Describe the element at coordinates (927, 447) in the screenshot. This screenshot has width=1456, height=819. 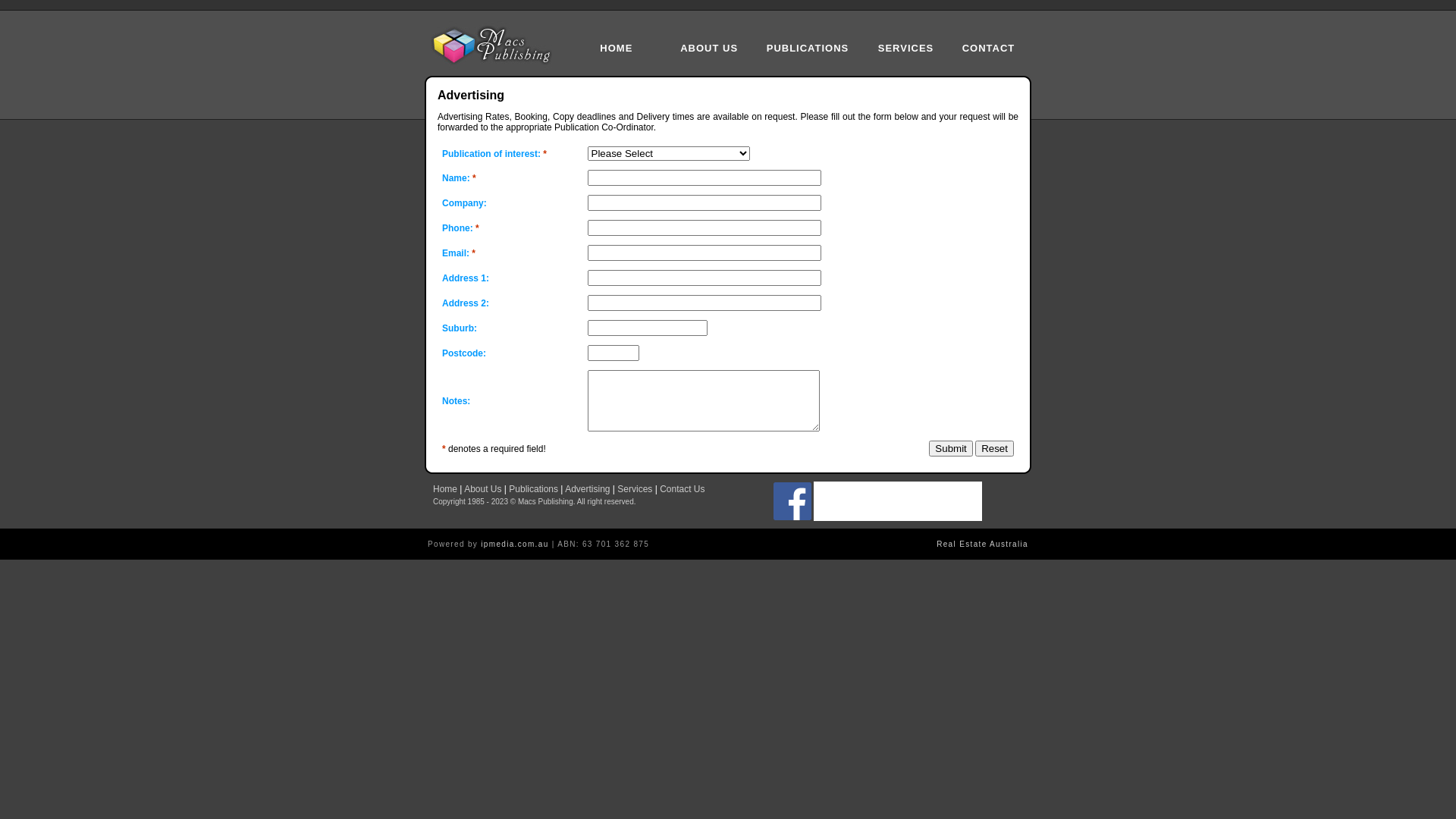
I see `'Submit'` at that location.